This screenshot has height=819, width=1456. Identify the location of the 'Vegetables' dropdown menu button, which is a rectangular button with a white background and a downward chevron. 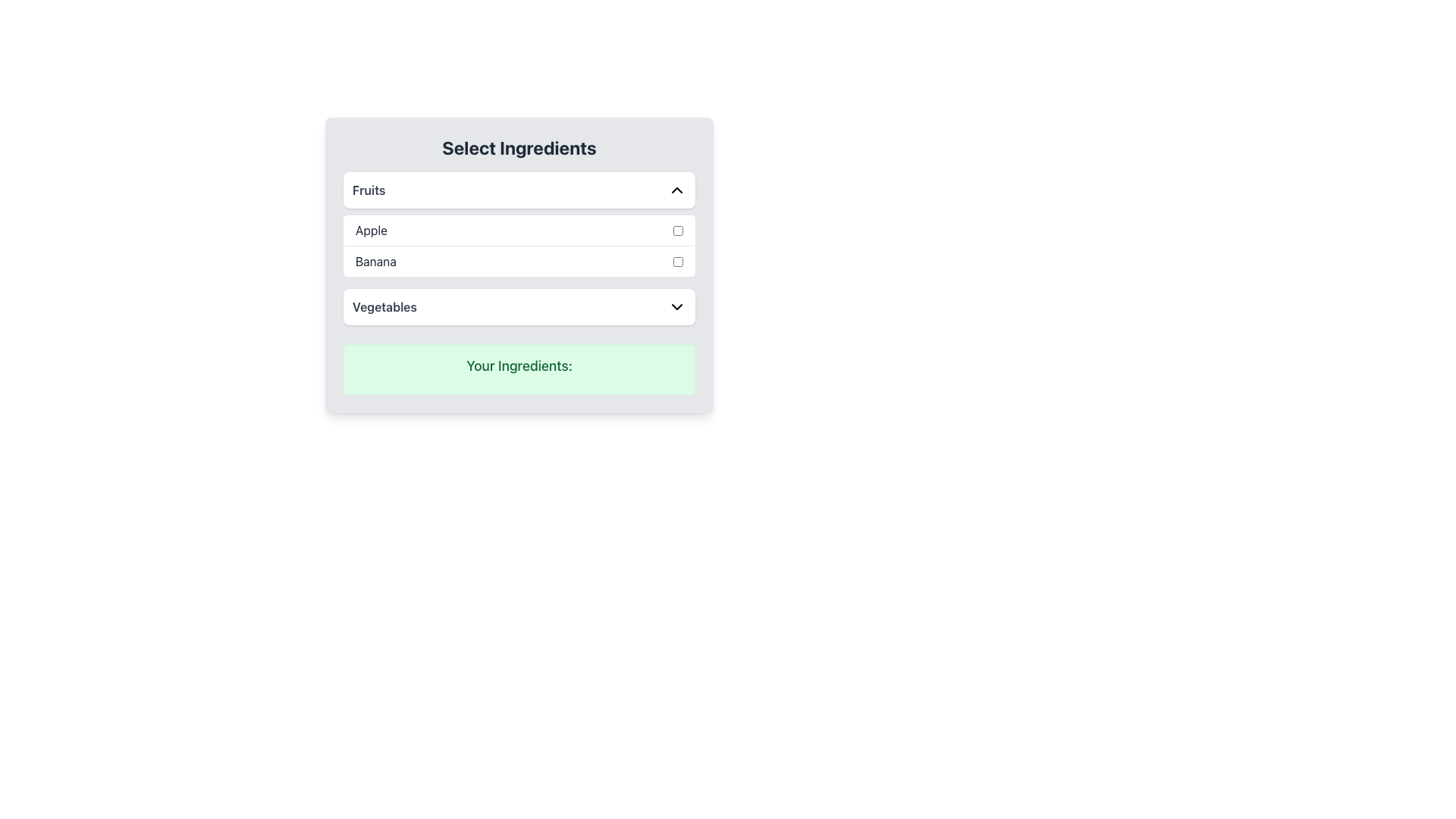
(519, 307).